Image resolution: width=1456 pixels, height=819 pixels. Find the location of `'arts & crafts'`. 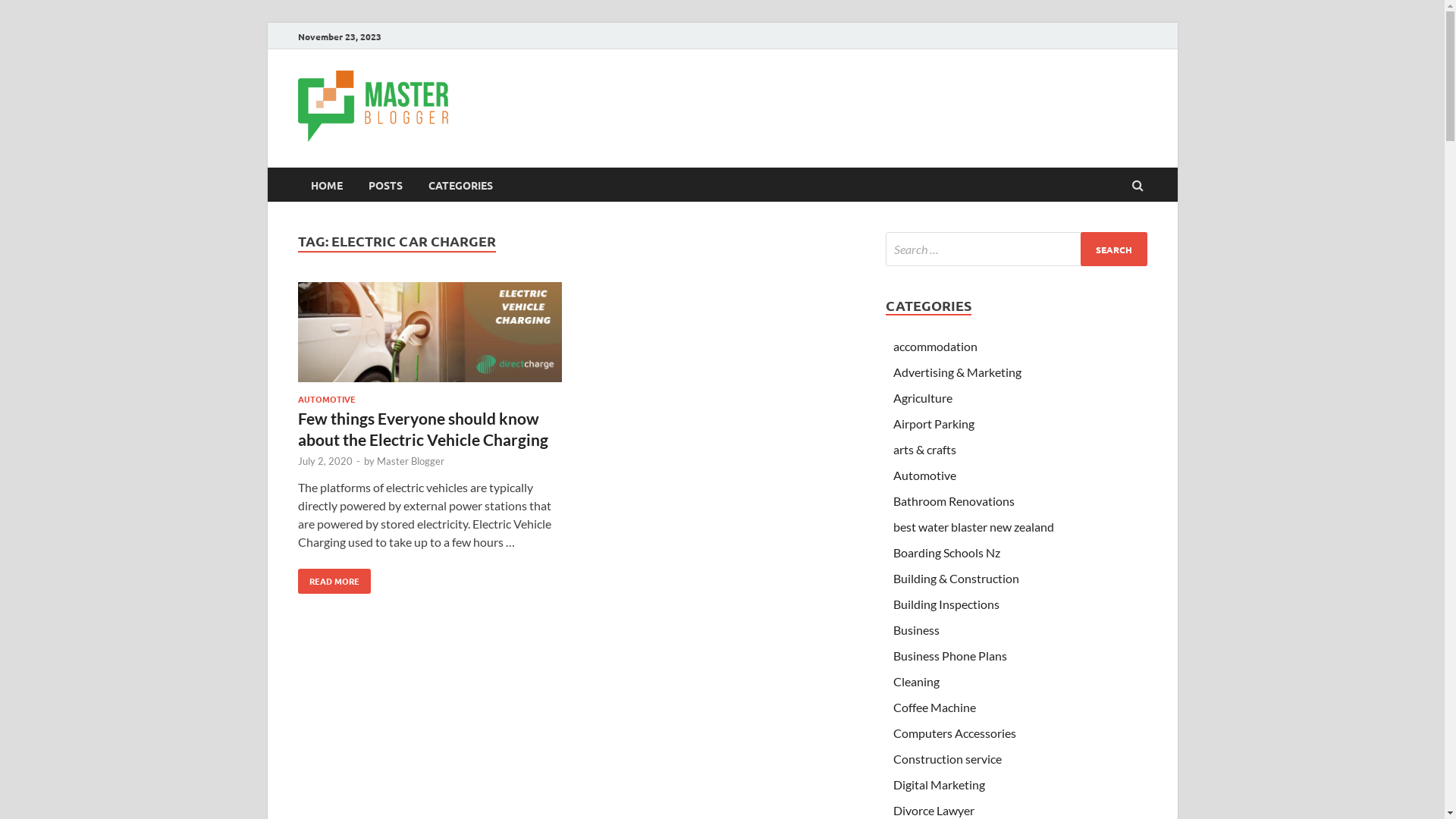

'arts & crafts' is located at coordinates (924, 448).